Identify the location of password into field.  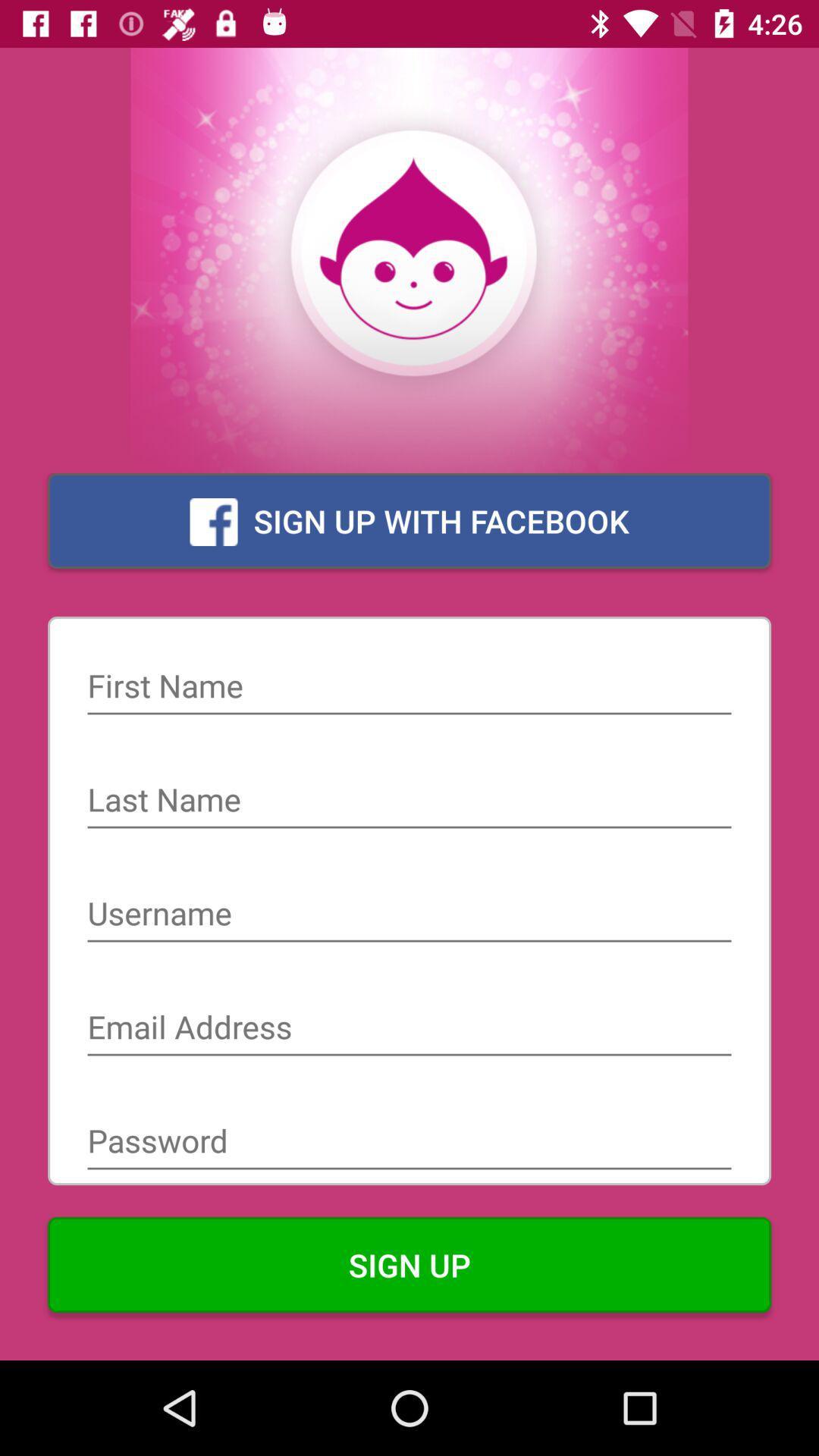
(409, 1143).